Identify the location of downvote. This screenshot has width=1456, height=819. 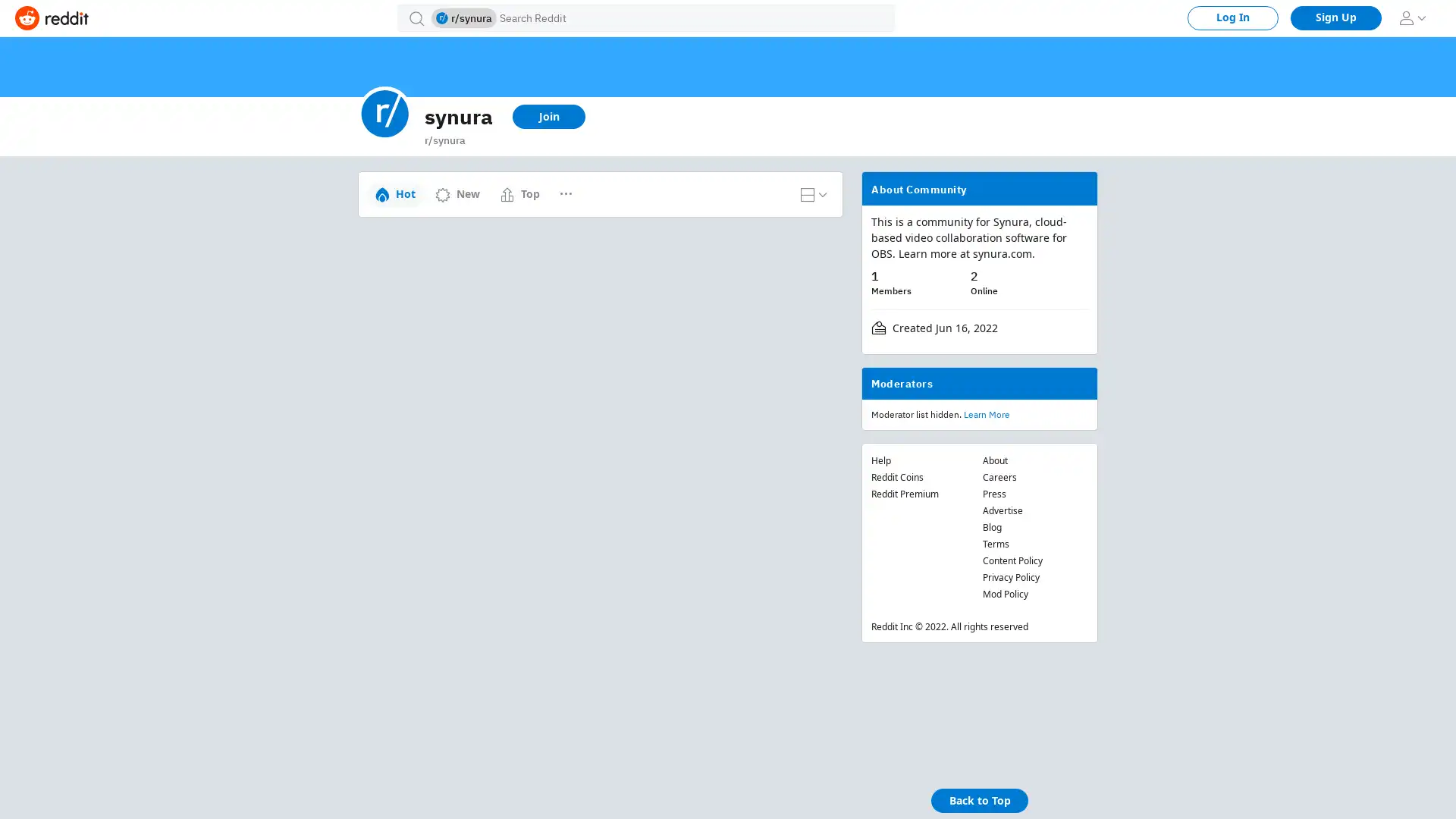
(374, 281).